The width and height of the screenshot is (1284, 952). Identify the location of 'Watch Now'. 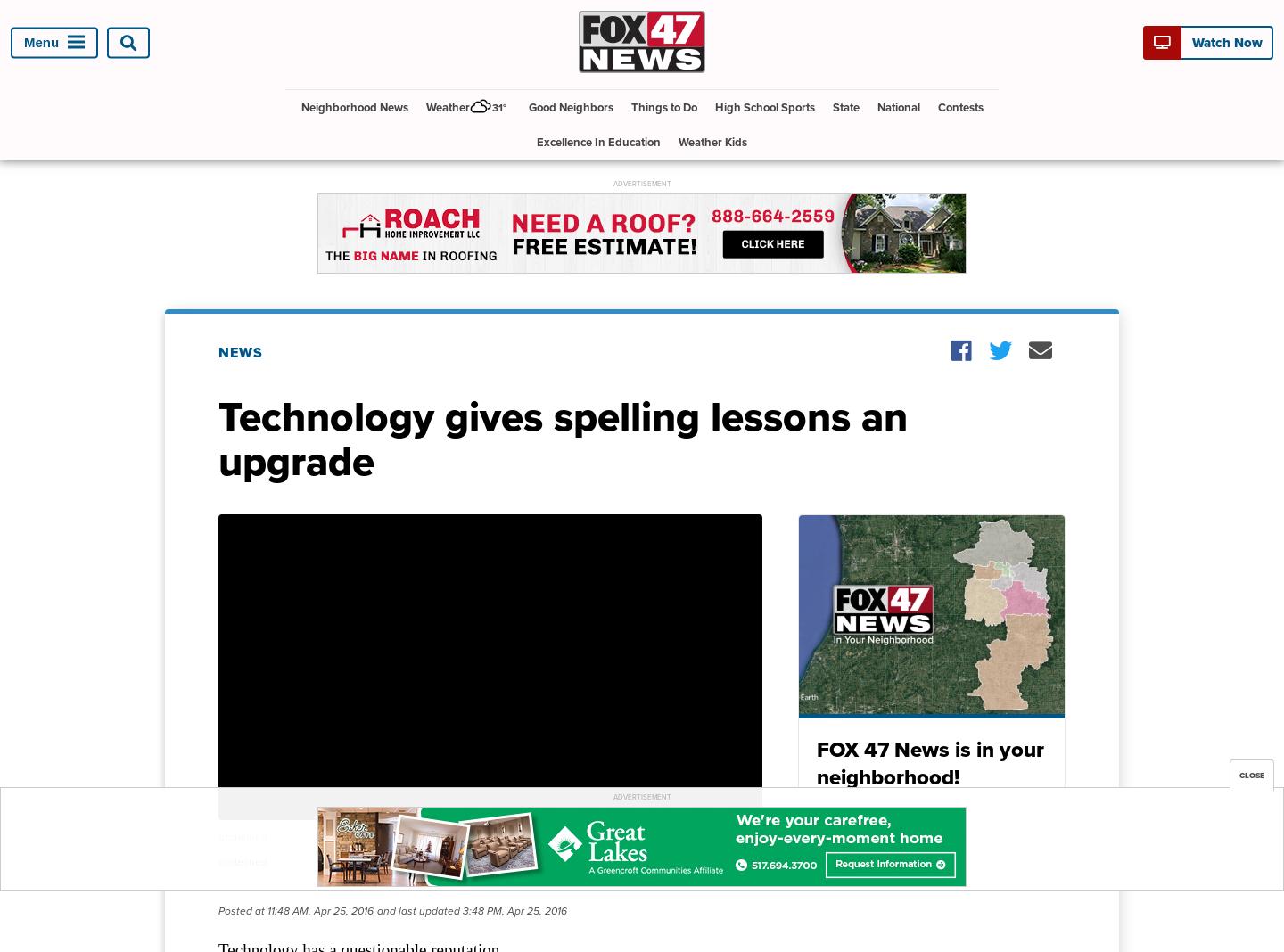
(1224, 41).